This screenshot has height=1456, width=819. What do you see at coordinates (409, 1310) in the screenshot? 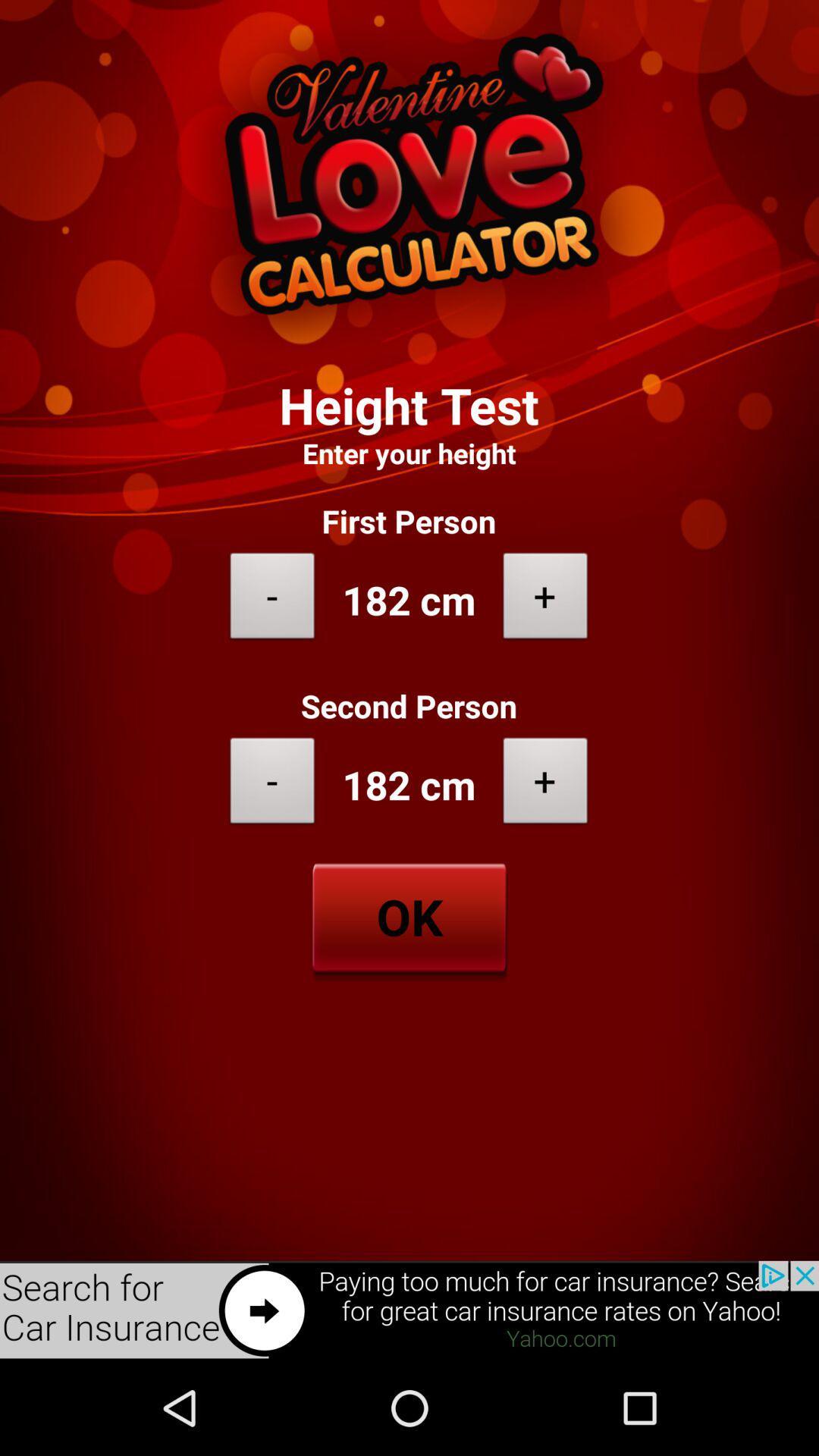
I see `advertisement page` at bounding box center [409, 1310].